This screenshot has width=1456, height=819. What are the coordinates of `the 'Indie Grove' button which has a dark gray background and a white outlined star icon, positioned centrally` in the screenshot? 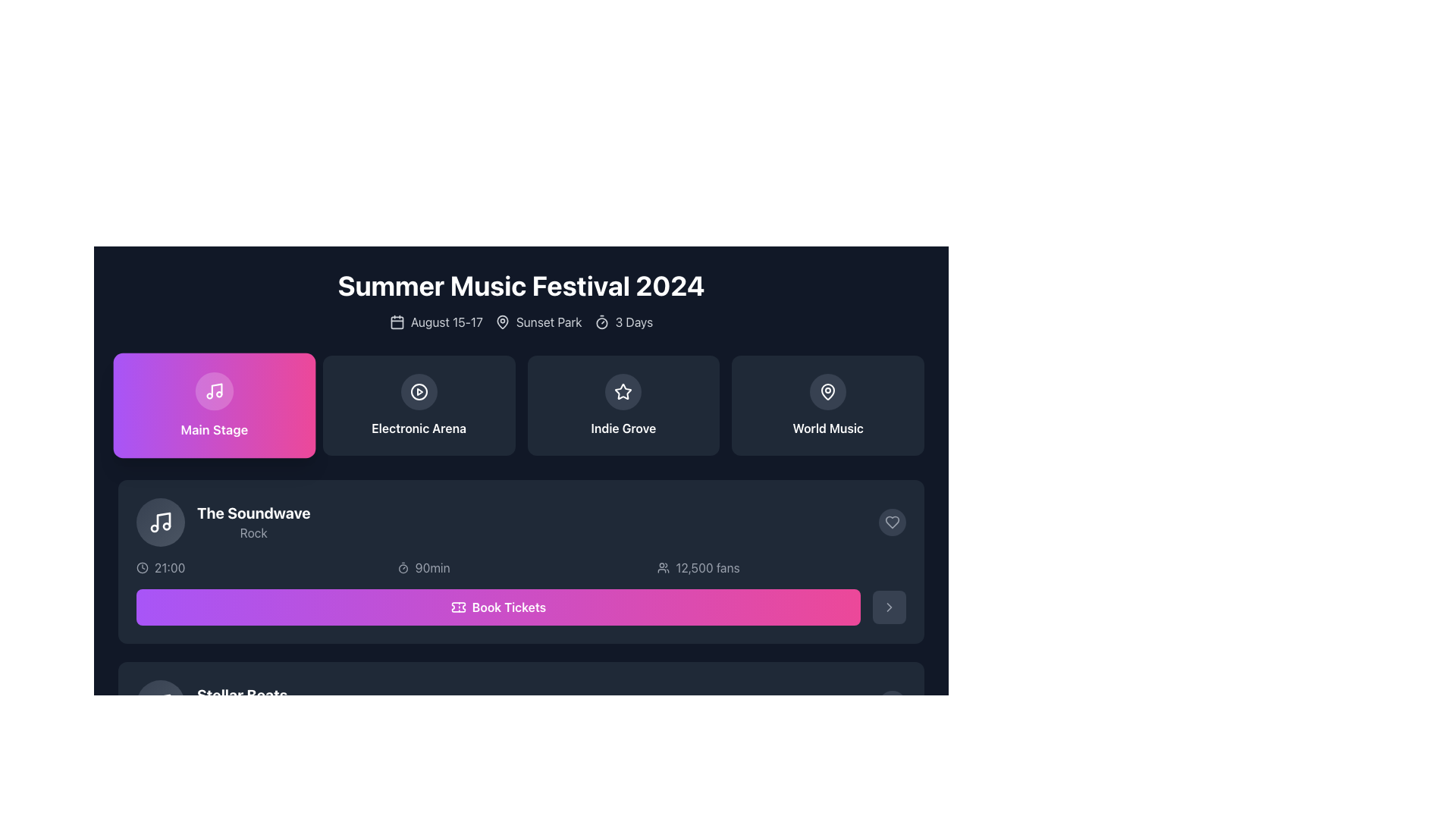 It's located at (623, 405).